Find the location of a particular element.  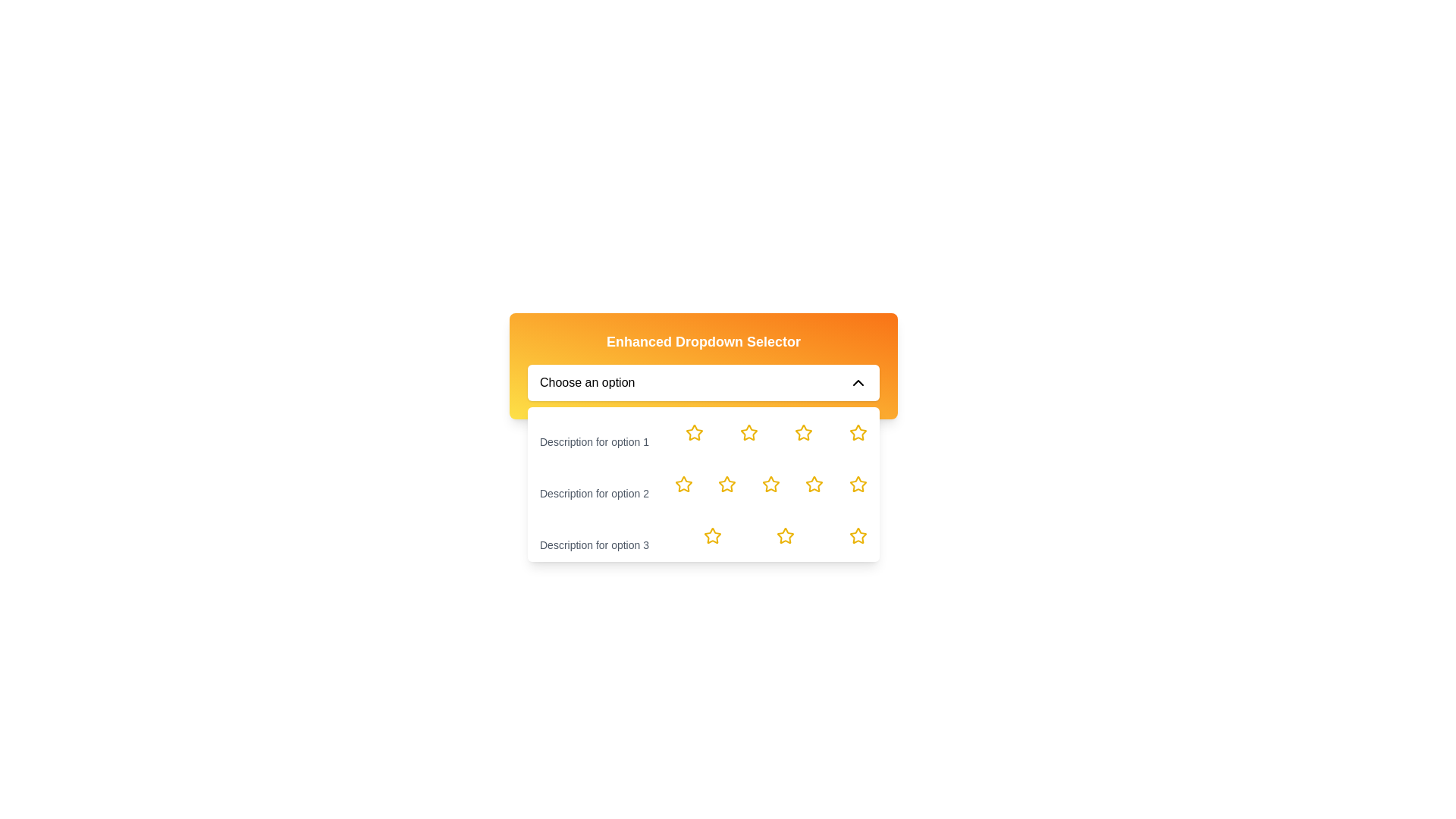

the fourth star icon in the third row of the rating component is located at coordinates (803, 432).